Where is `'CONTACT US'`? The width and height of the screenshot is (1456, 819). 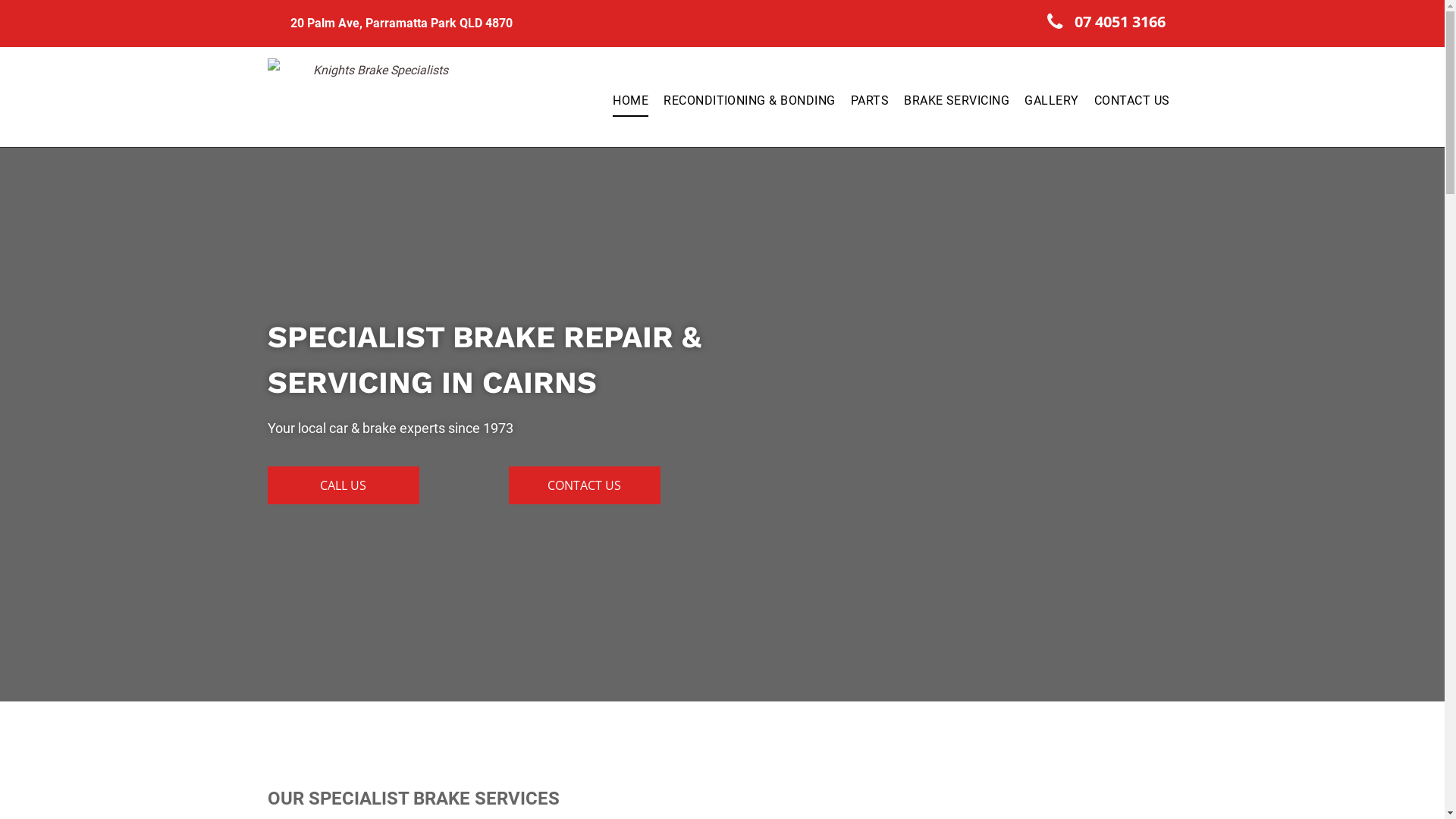
'CONTACT US' is located at coordinates (582, 485).